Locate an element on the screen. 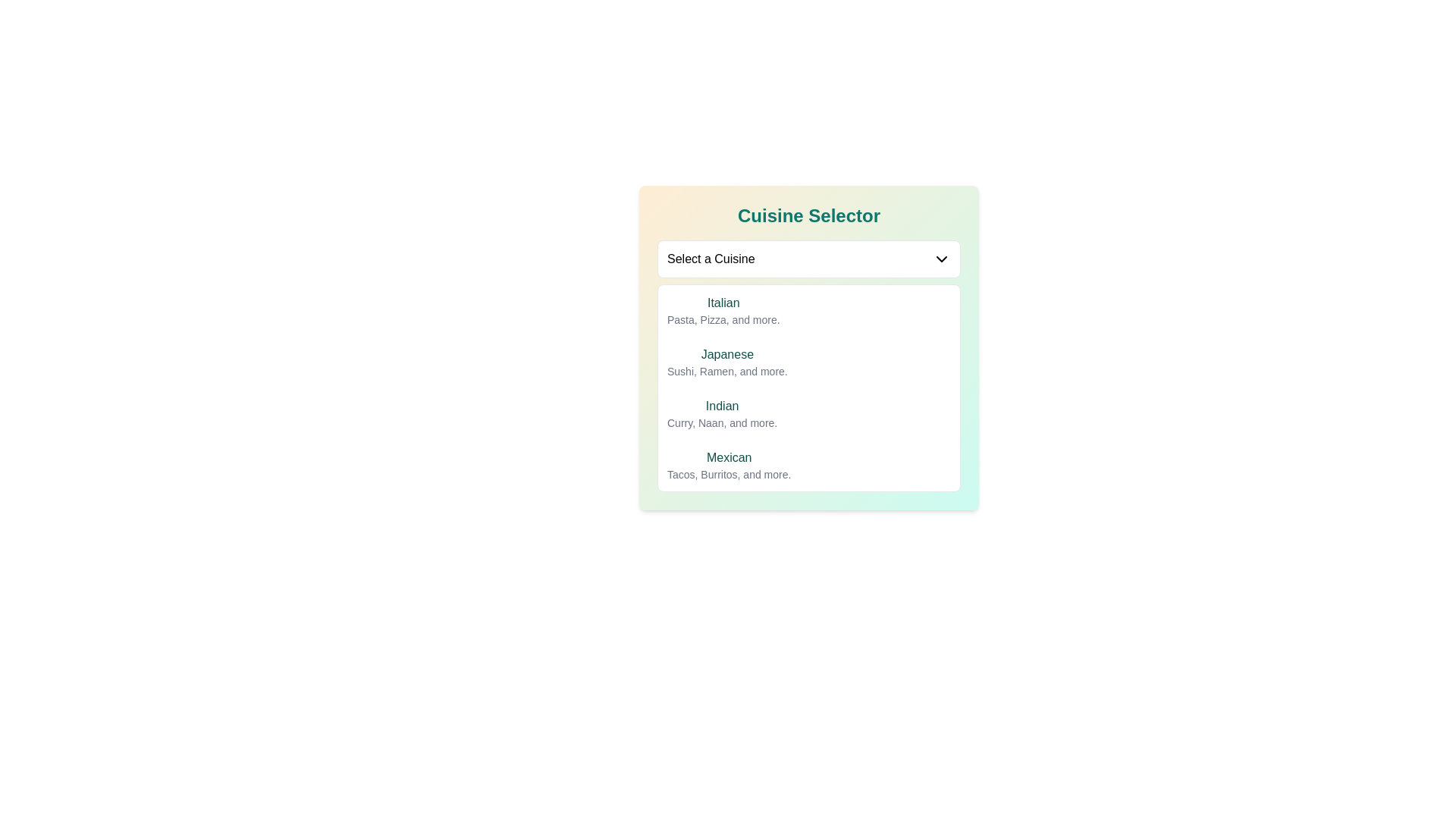  the 'Japanese' selectable option in the 'Cuisine Selector' dropdown menu is located at coordinates (726, 362).